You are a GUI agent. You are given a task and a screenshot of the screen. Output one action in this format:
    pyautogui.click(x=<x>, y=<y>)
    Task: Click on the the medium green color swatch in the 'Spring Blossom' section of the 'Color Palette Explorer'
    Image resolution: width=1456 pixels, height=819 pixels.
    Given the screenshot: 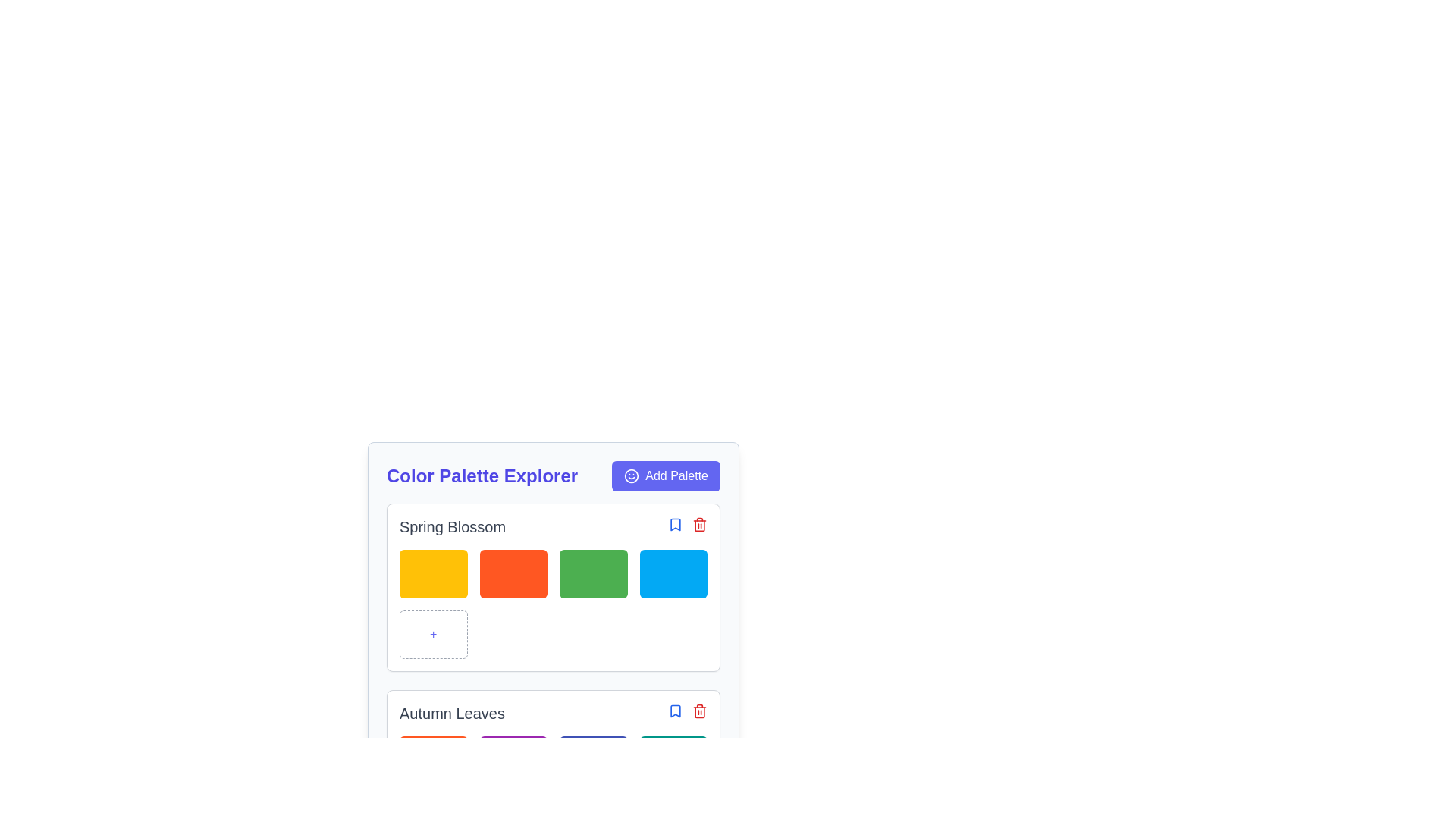 What is the action you would take?
    pyautogui.click(x=552, y=580)
    